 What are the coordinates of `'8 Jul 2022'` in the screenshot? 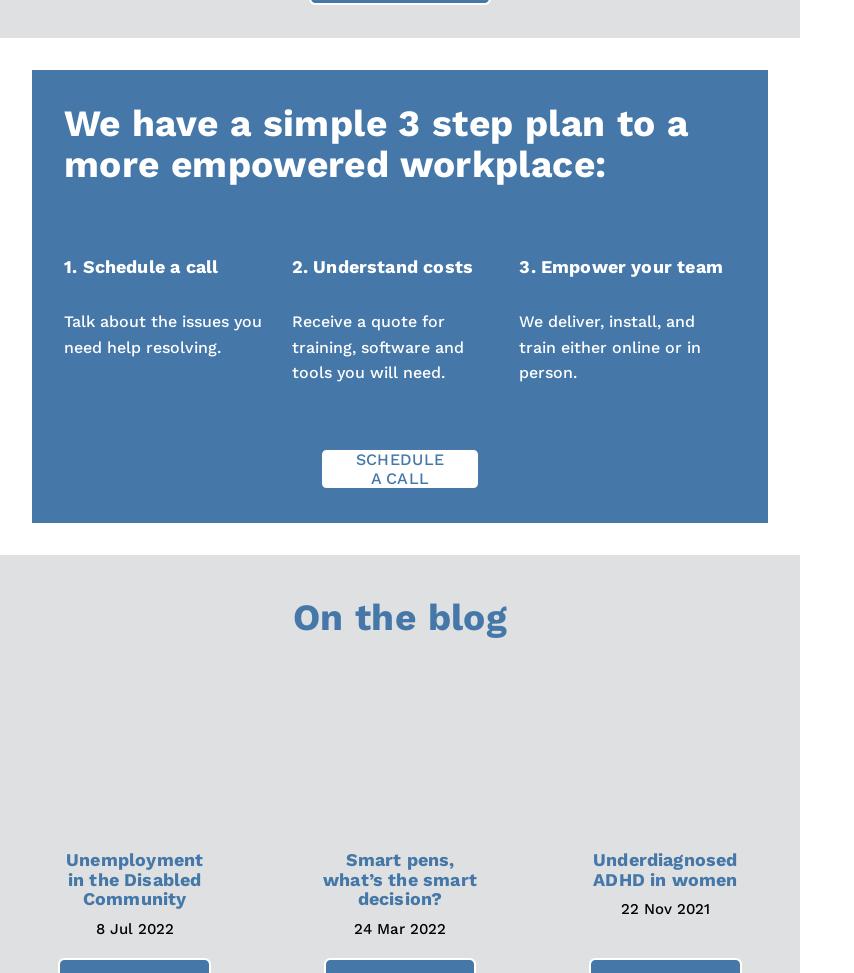 It's located at (94, 928).